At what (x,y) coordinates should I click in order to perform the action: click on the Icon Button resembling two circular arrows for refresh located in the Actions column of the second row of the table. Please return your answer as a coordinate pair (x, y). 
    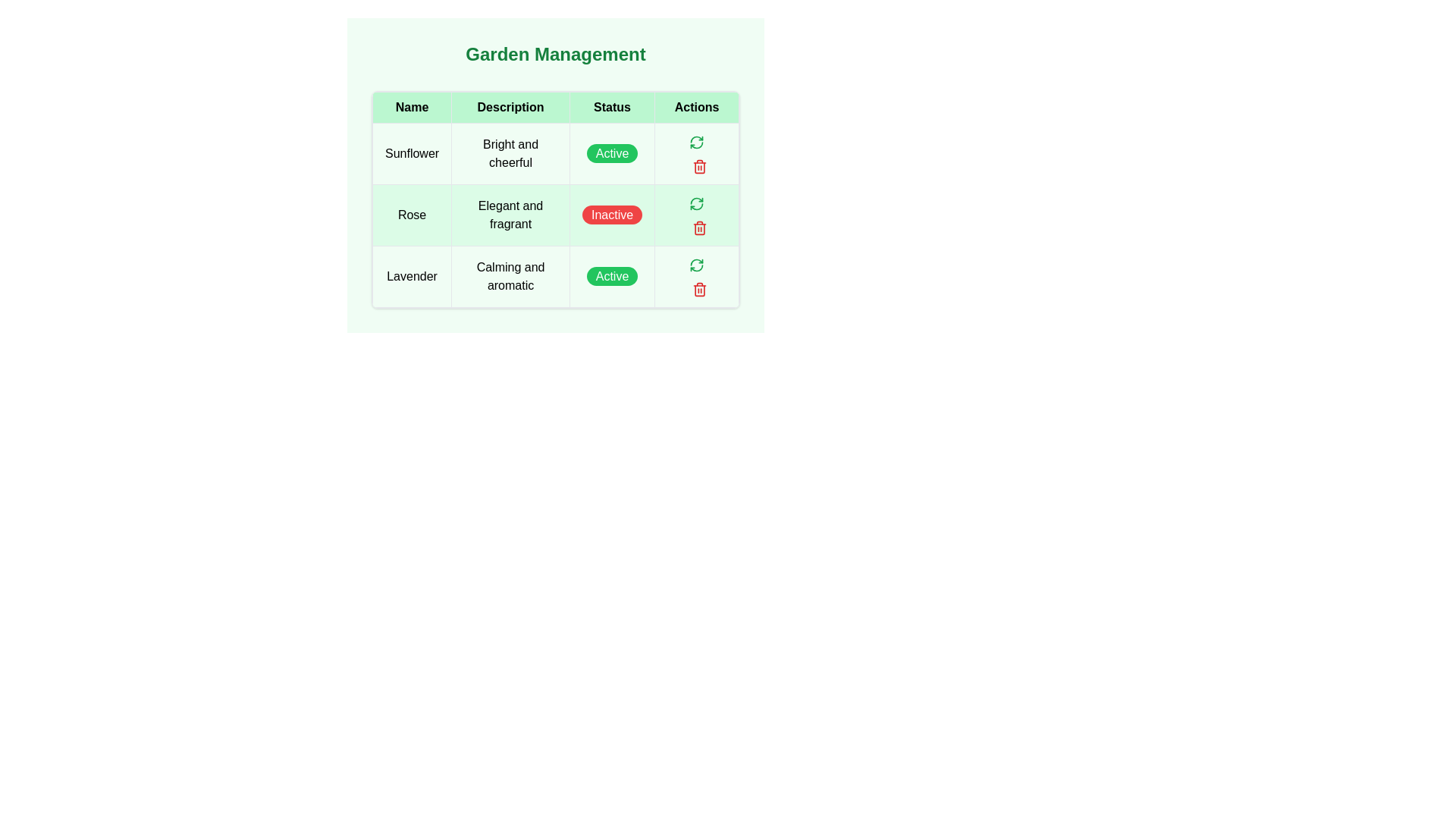
    Looking at the image, I should click on (696, 142).